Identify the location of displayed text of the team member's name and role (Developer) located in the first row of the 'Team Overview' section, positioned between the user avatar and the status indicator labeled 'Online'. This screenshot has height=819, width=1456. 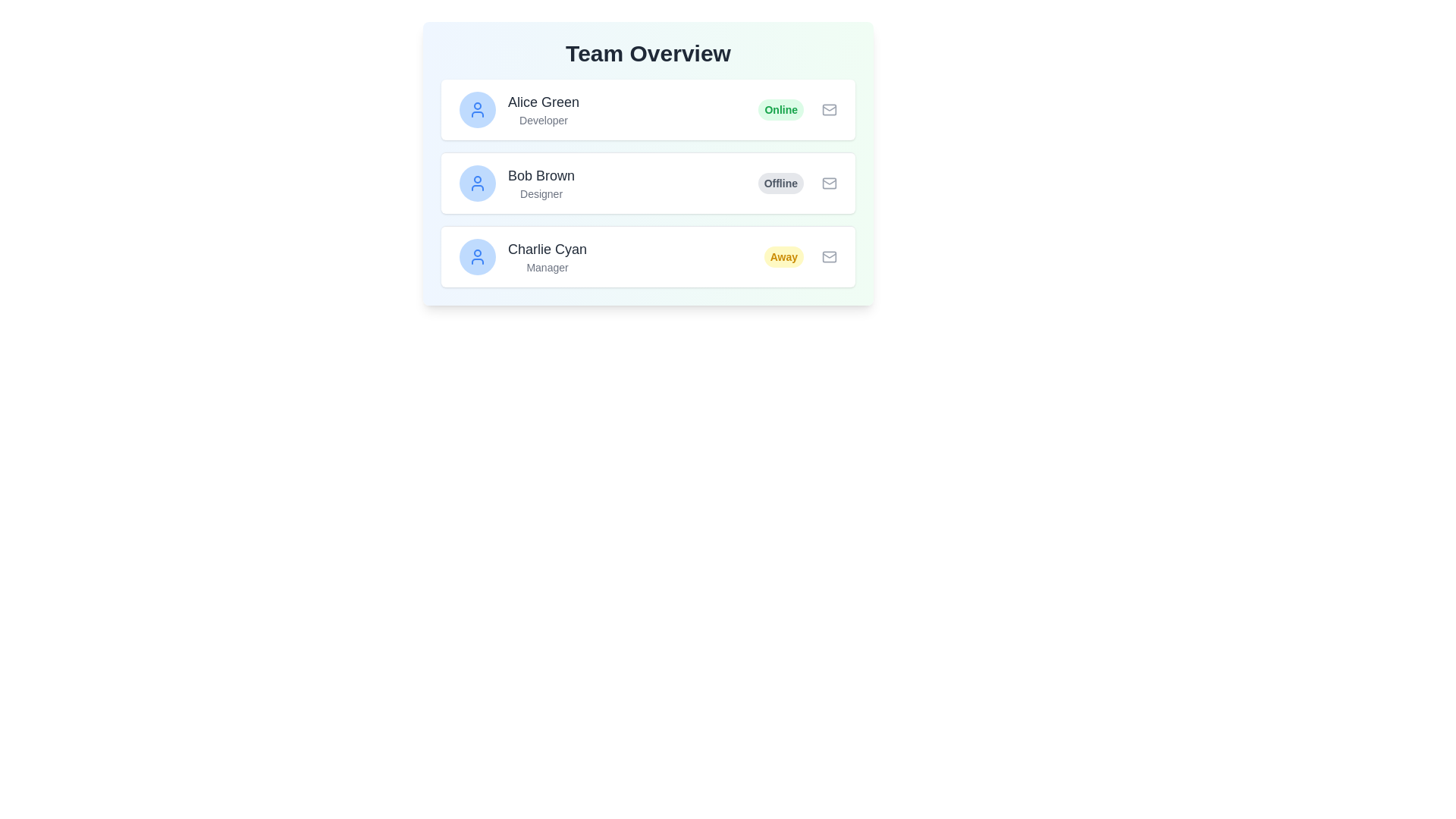
(543, 109).